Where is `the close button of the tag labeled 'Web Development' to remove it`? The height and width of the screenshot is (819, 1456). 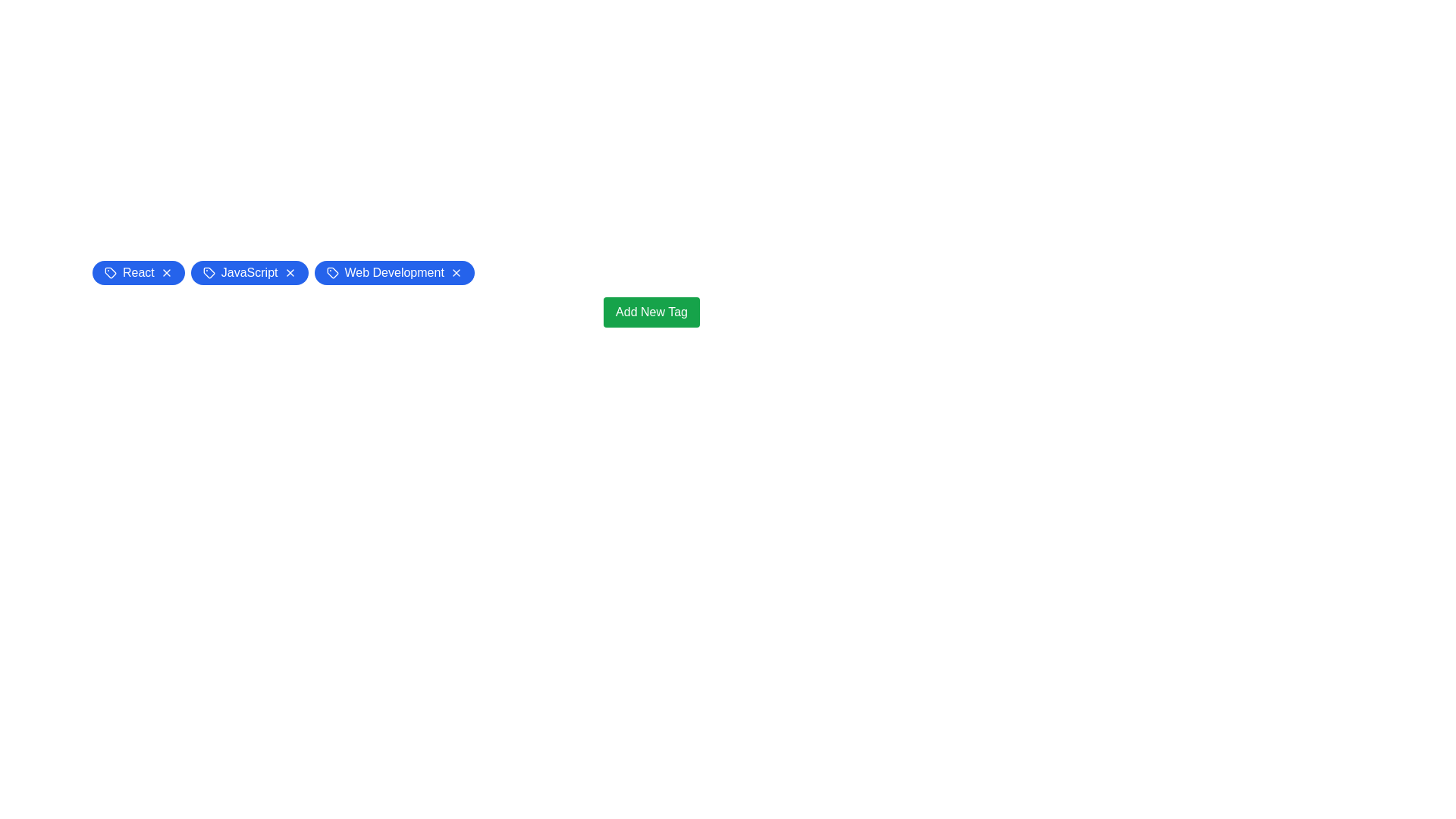
the close button of the tag labeled 'Web Development' to remove it is located at coordinates (455, 271).